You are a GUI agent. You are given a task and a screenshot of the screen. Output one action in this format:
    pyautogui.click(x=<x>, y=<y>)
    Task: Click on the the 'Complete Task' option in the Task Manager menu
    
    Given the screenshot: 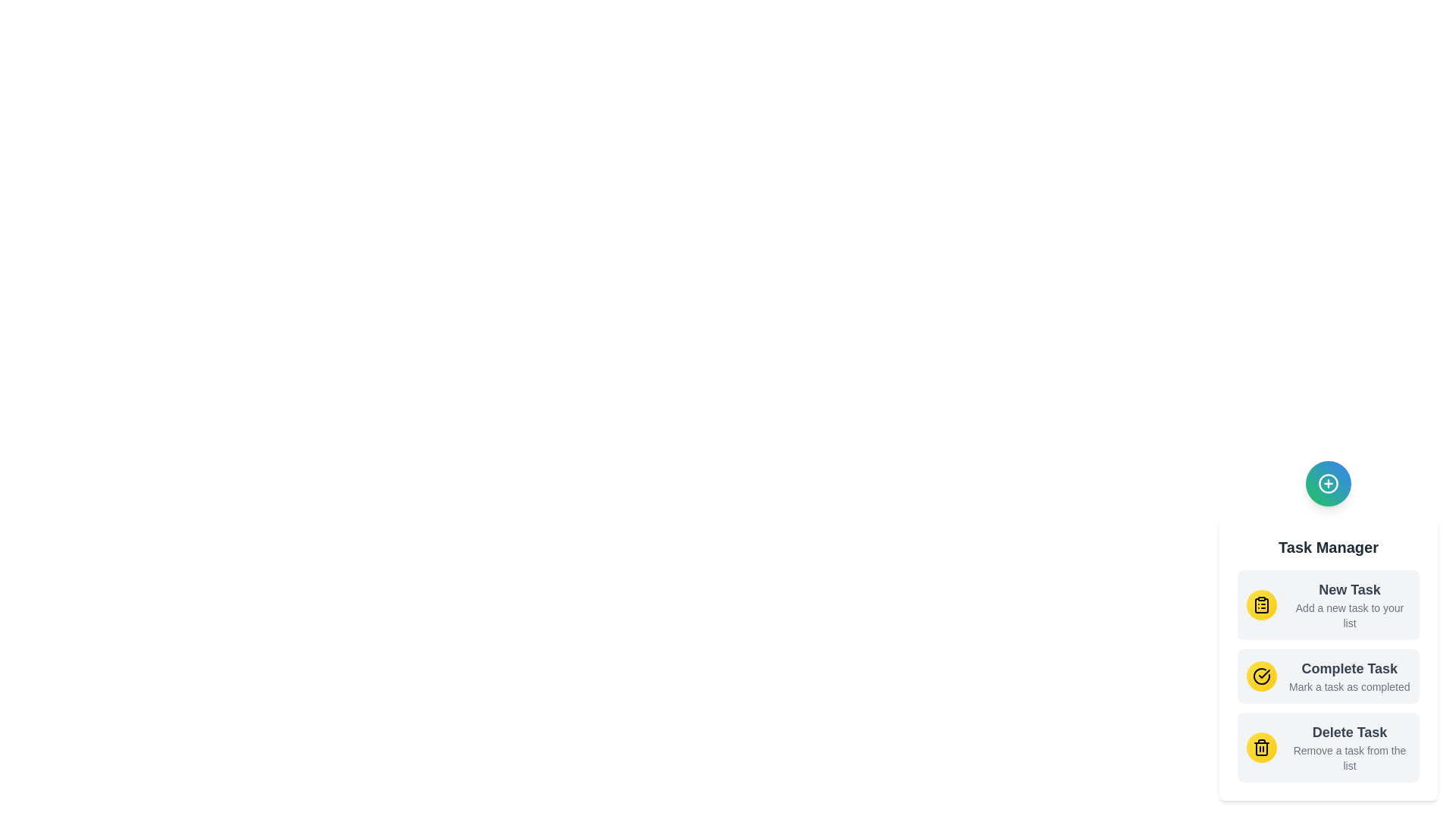 What is the action you would take?
    pyautogui.click(x=1328, y=675)
    